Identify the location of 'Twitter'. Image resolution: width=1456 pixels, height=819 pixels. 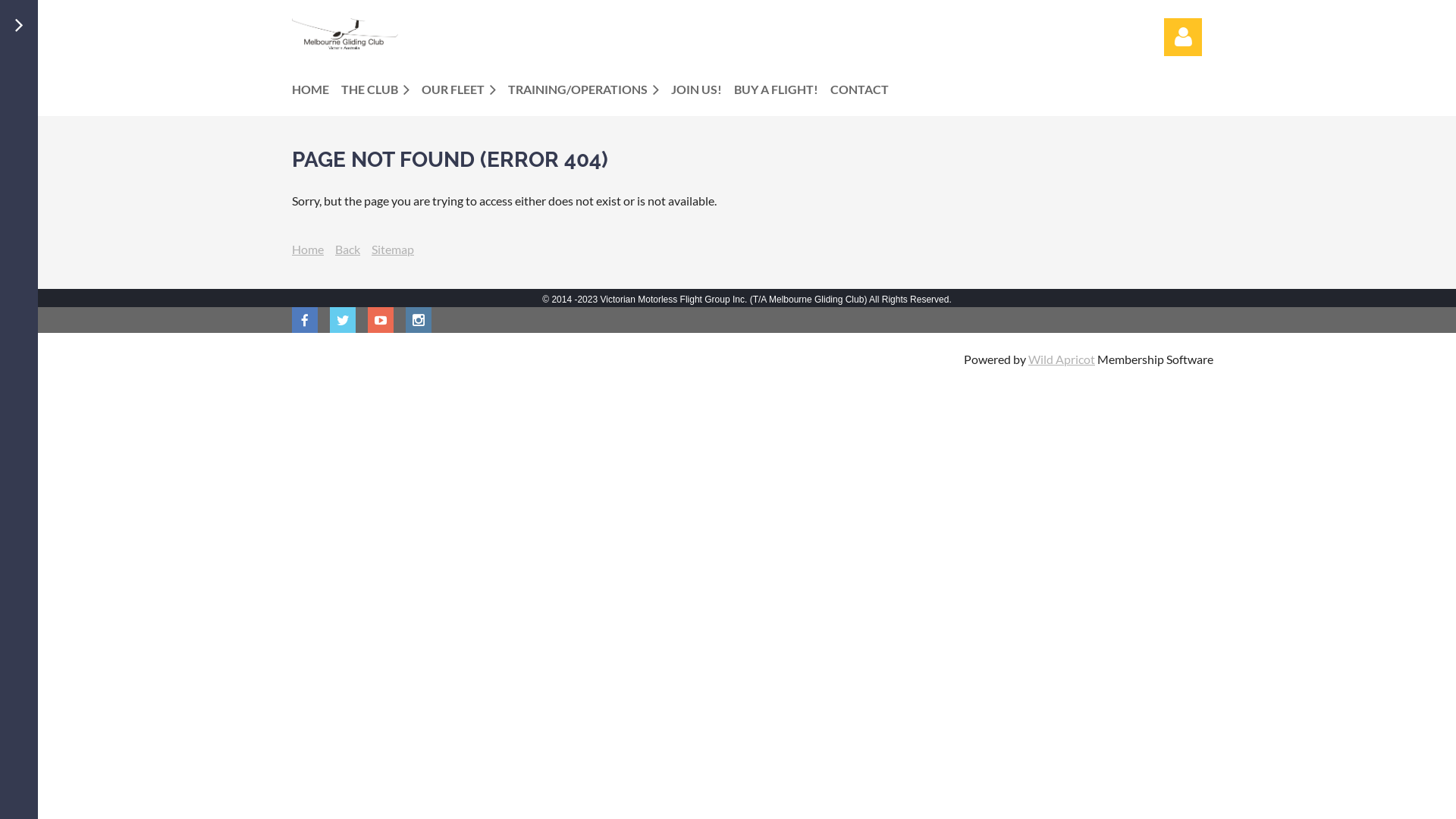
(341, 318).